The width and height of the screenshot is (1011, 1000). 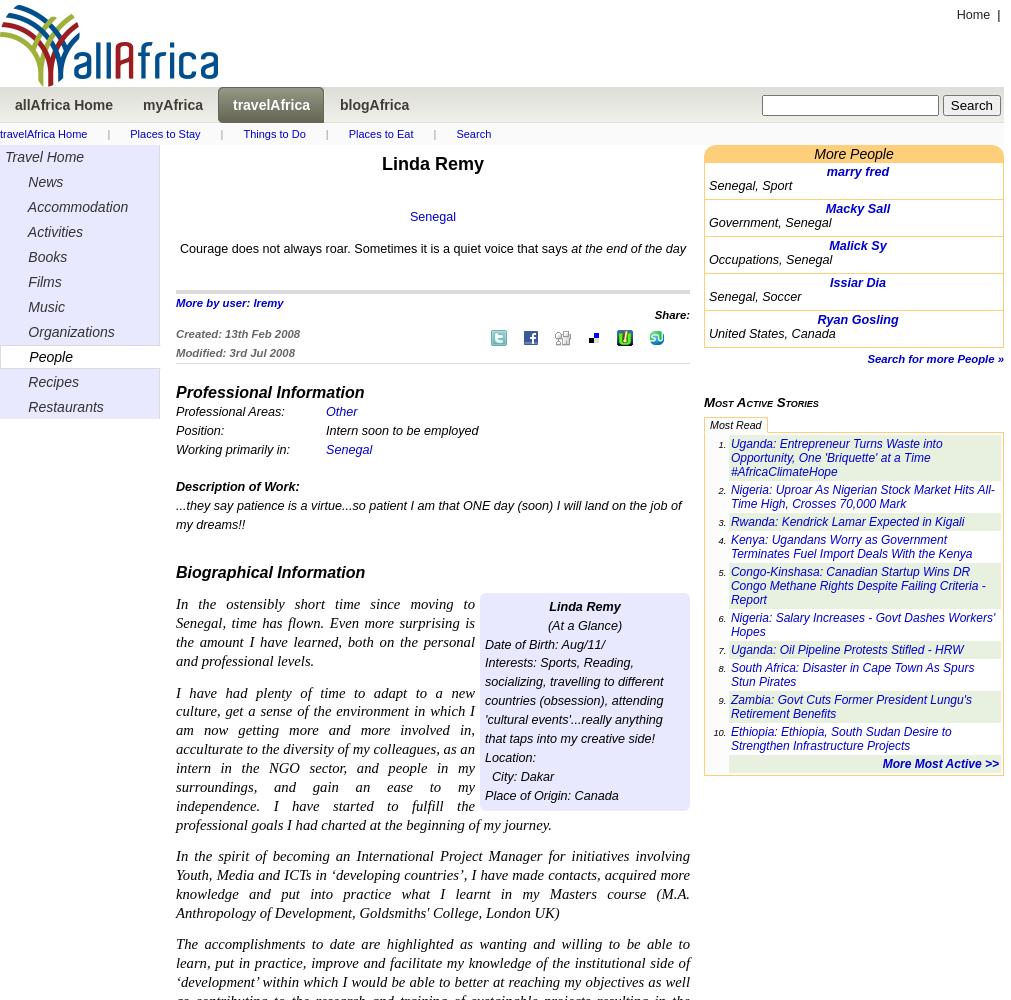 I want to click on '(At a Glance)', so click(x=584, y=625).